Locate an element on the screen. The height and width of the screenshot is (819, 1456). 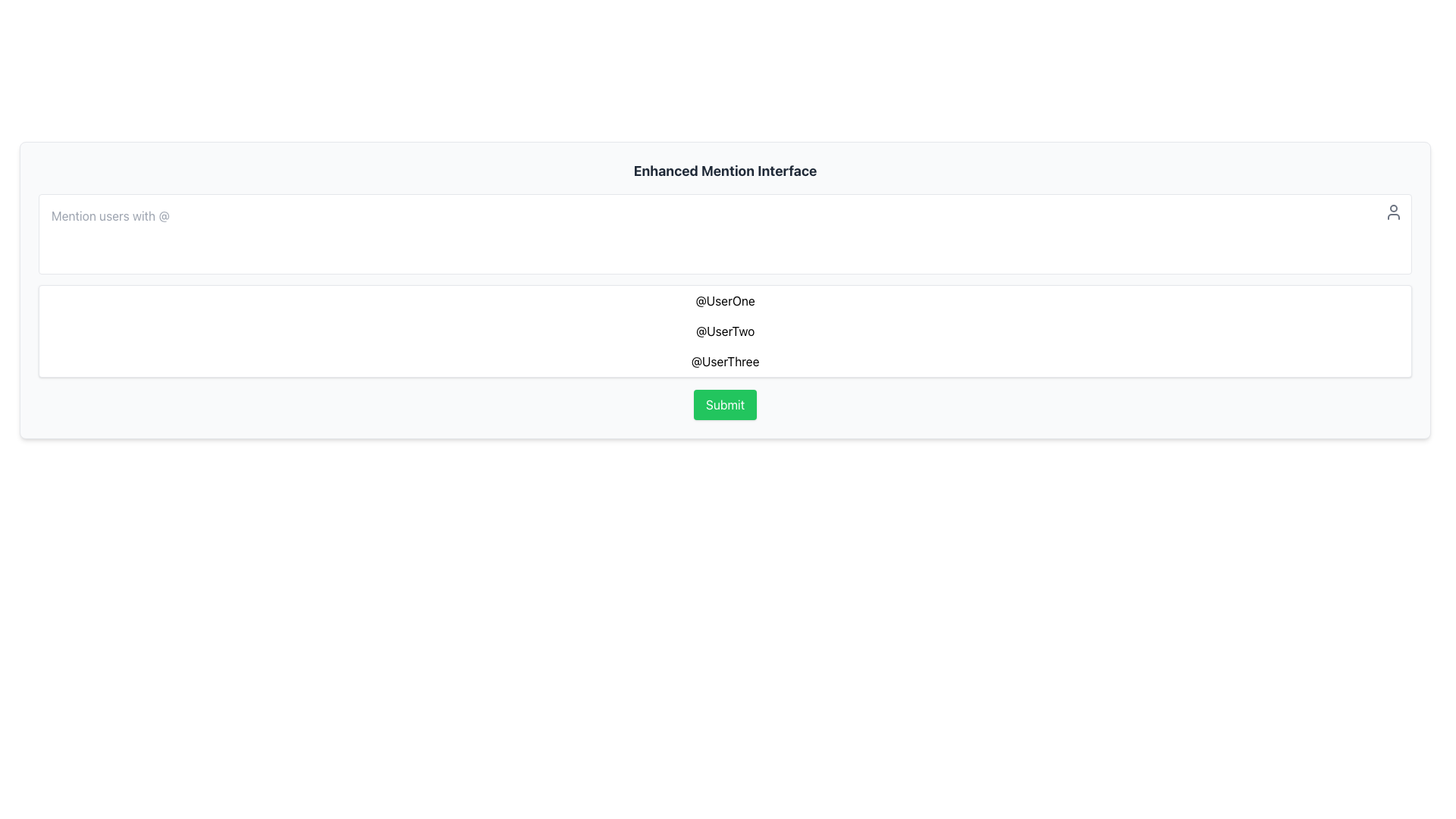
the second list item displaying '@UserTwo' to observe its hover effects is located at coordinates (724, 330).